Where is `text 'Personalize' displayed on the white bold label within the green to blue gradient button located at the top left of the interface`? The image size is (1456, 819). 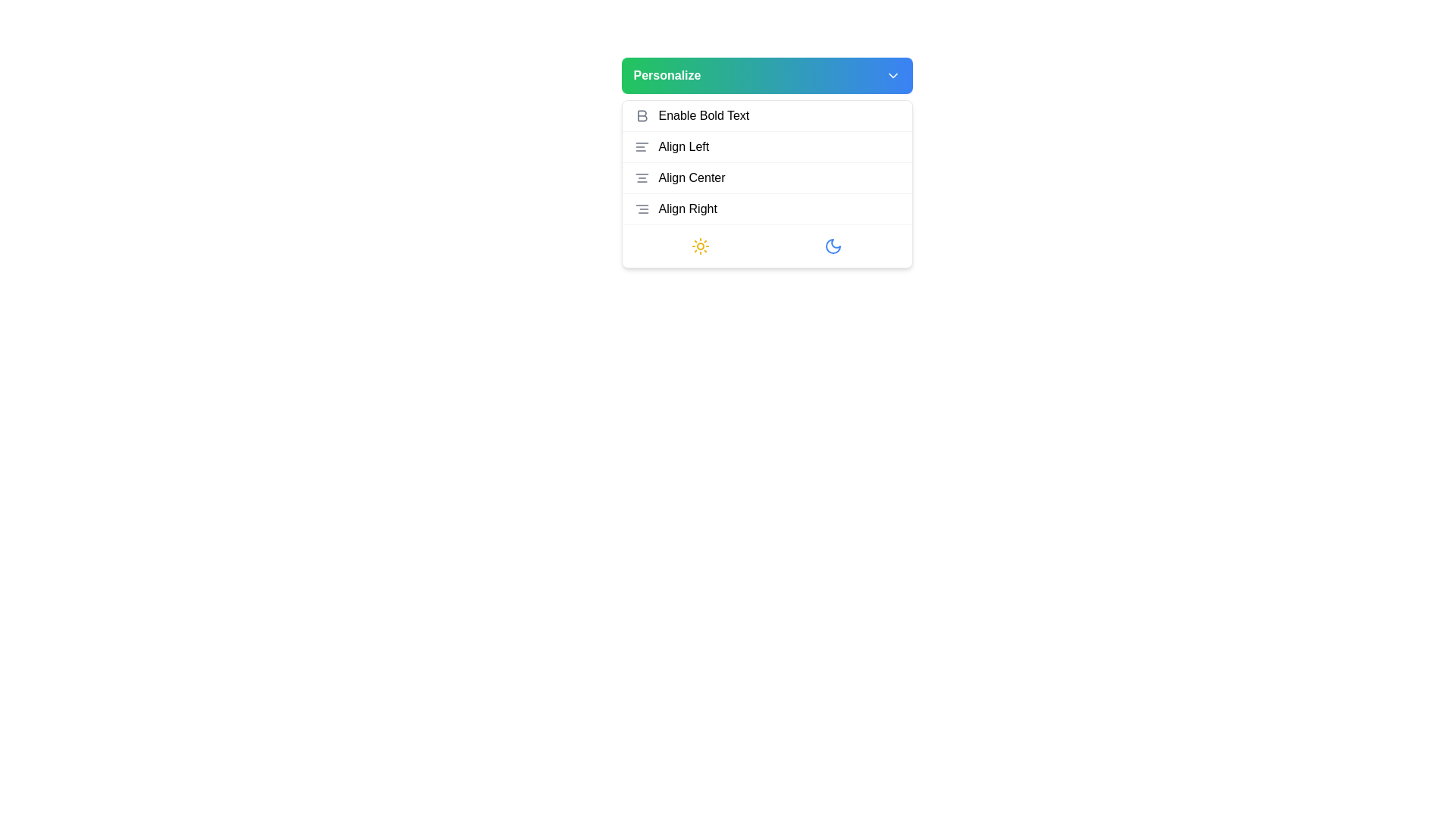 text 'Personalize' displayed on the white bold label within the green to blue gradient button located at the top left of the interface is located at coordinates (667, 76).